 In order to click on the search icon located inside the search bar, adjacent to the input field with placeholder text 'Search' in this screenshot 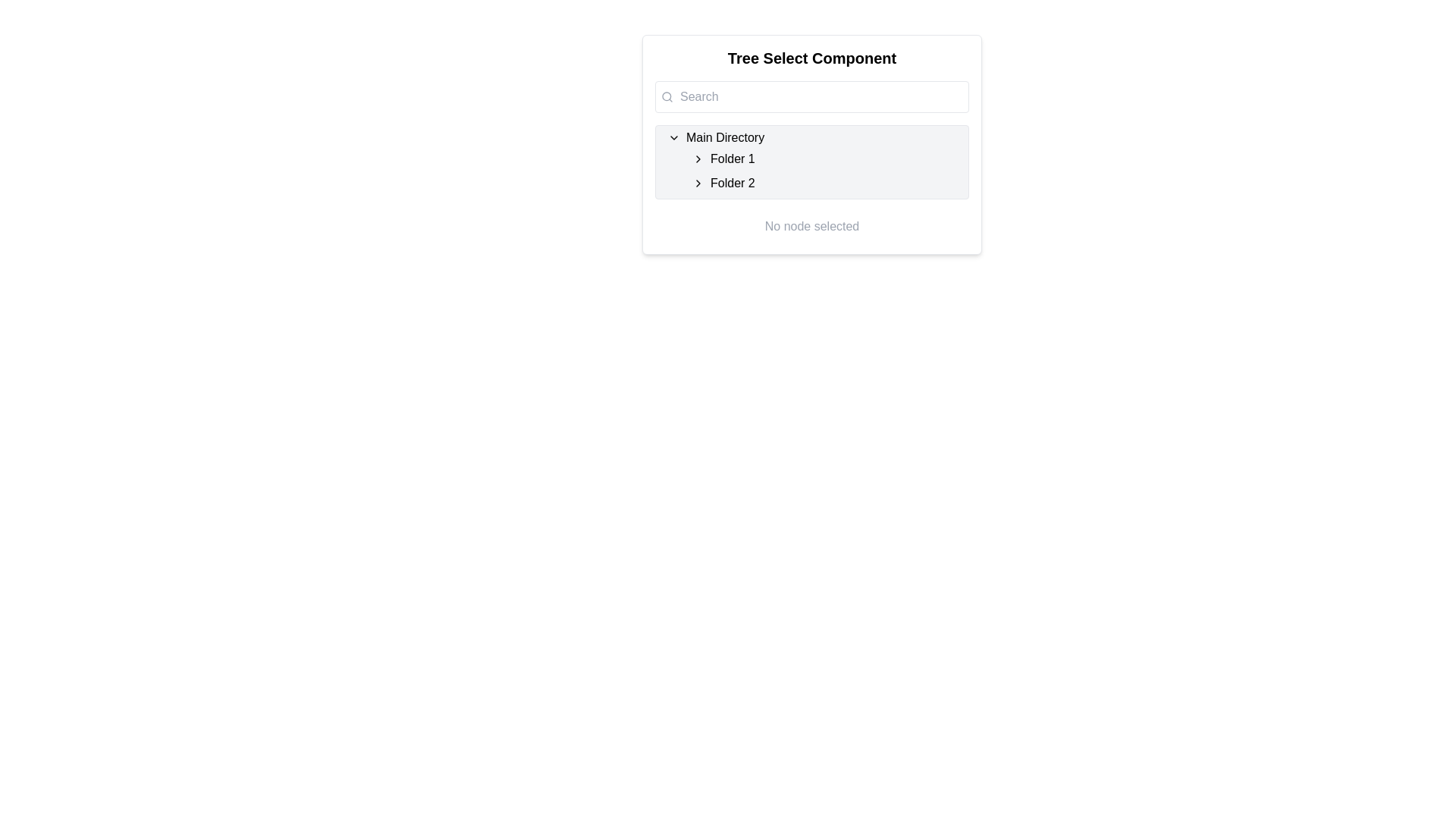, I will do `click(667, 96)`.